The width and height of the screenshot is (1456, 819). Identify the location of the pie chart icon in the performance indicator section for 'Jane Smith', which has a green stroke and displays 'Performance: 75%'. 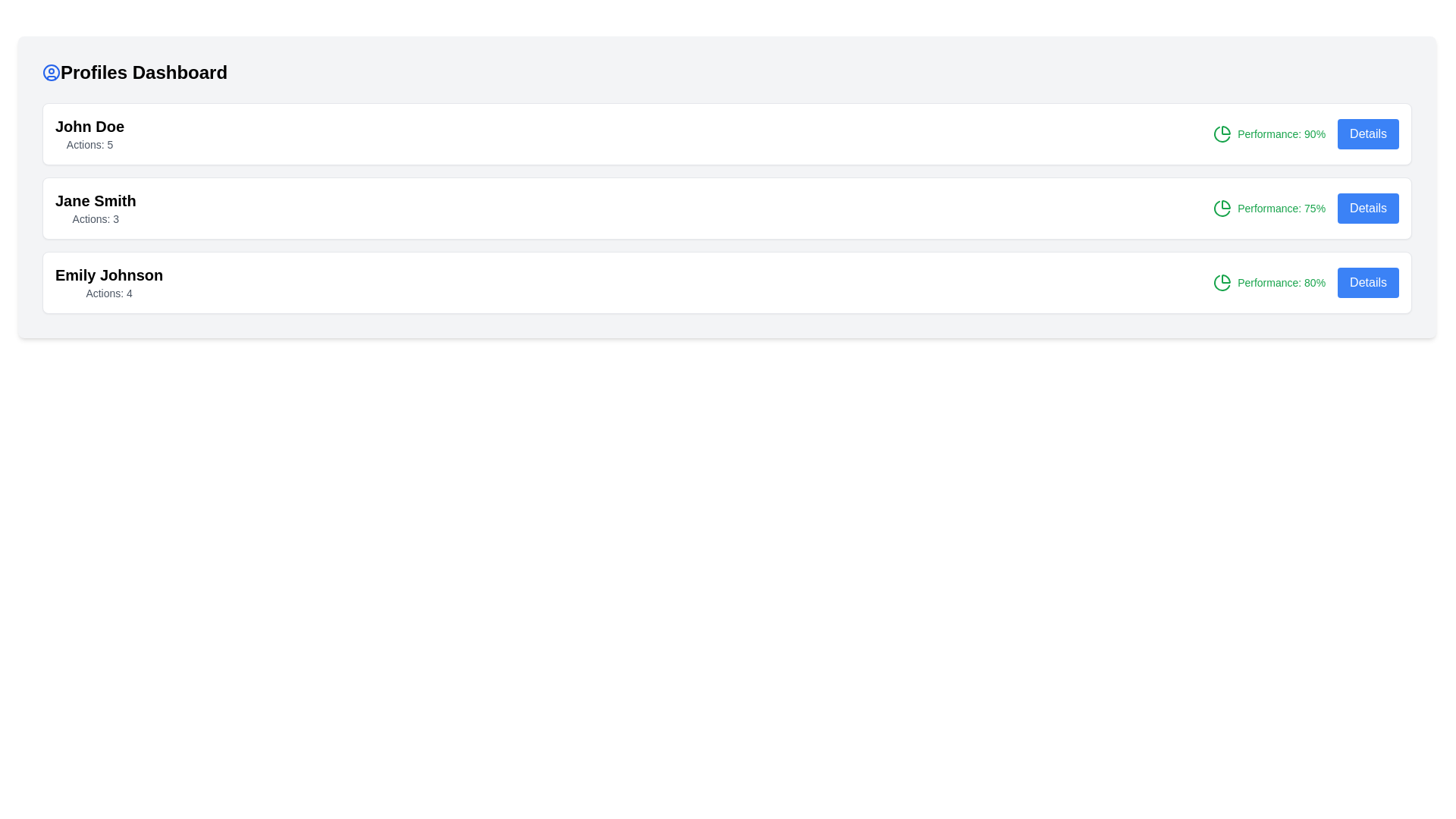
(1222, 208).